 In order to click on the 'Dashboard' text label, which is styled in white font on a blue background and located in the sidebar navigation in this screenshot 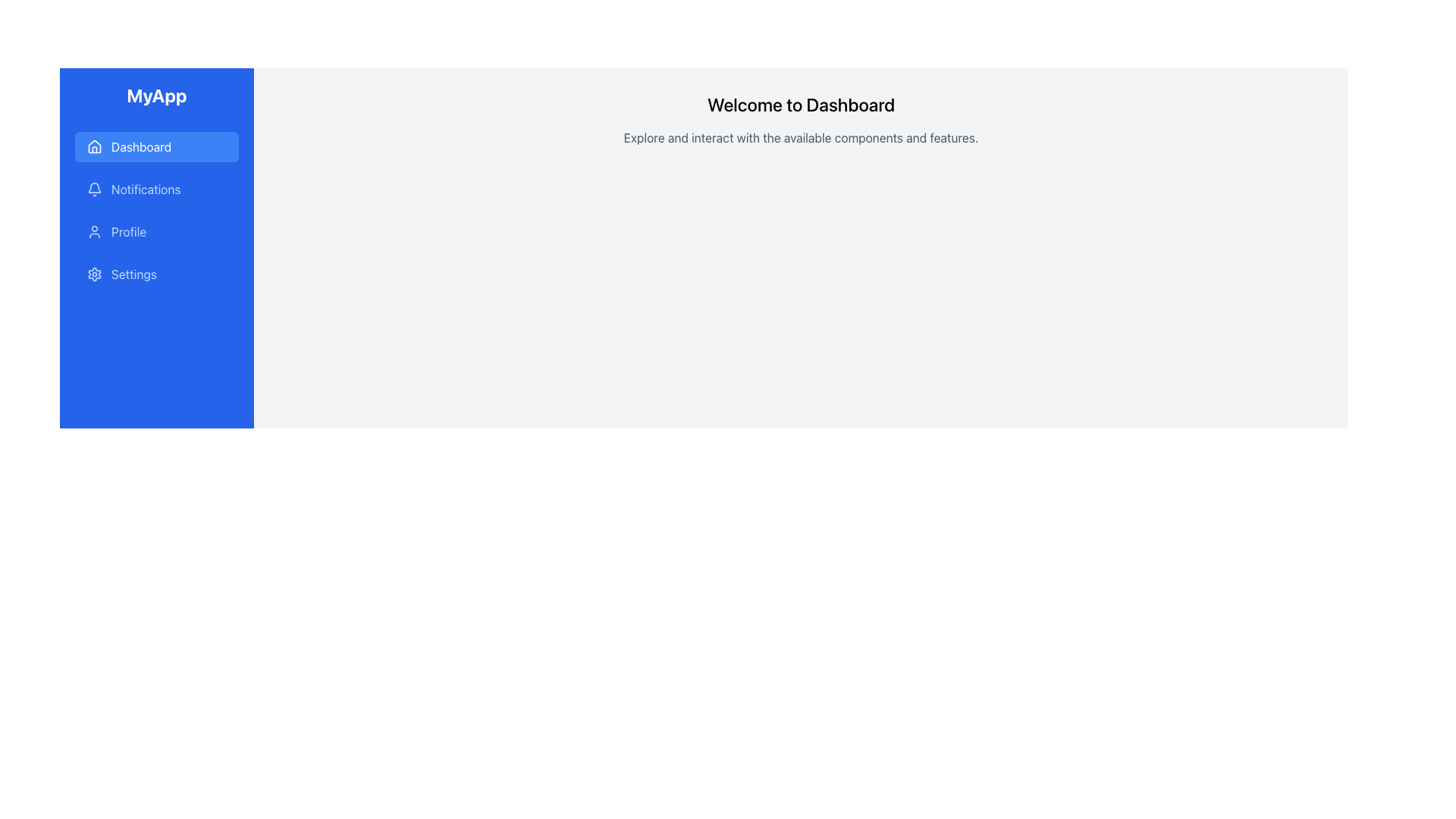, I will do `click(141, 146)`.